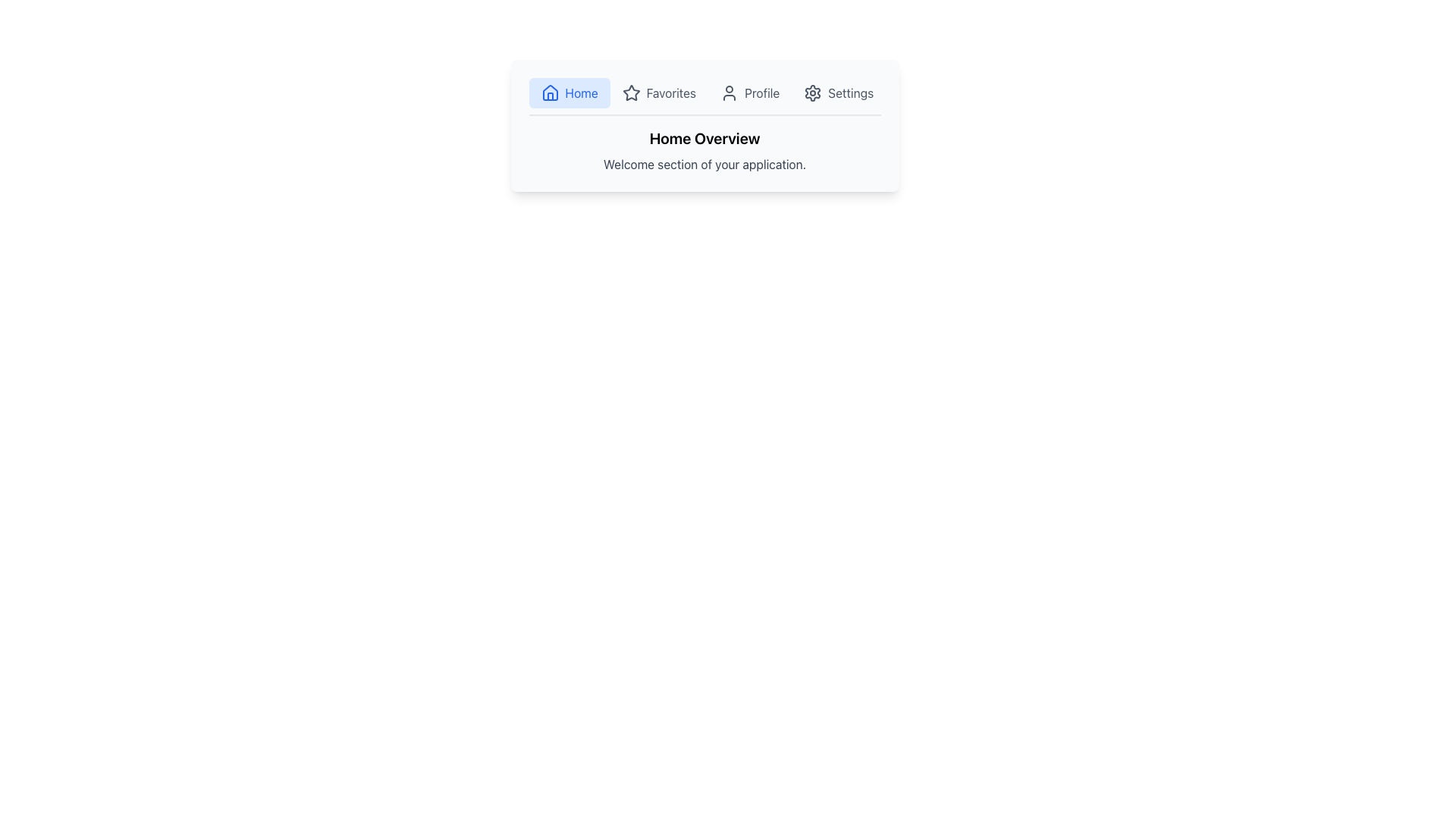 This screenshot has width=1456, height=819. Describe the element at coordinates (730, 93) in the screenshot. I see `the Profile icon, which is a simplified user figure outlined in gray, located in the navigation bar between Favorites and Settings` at that location.